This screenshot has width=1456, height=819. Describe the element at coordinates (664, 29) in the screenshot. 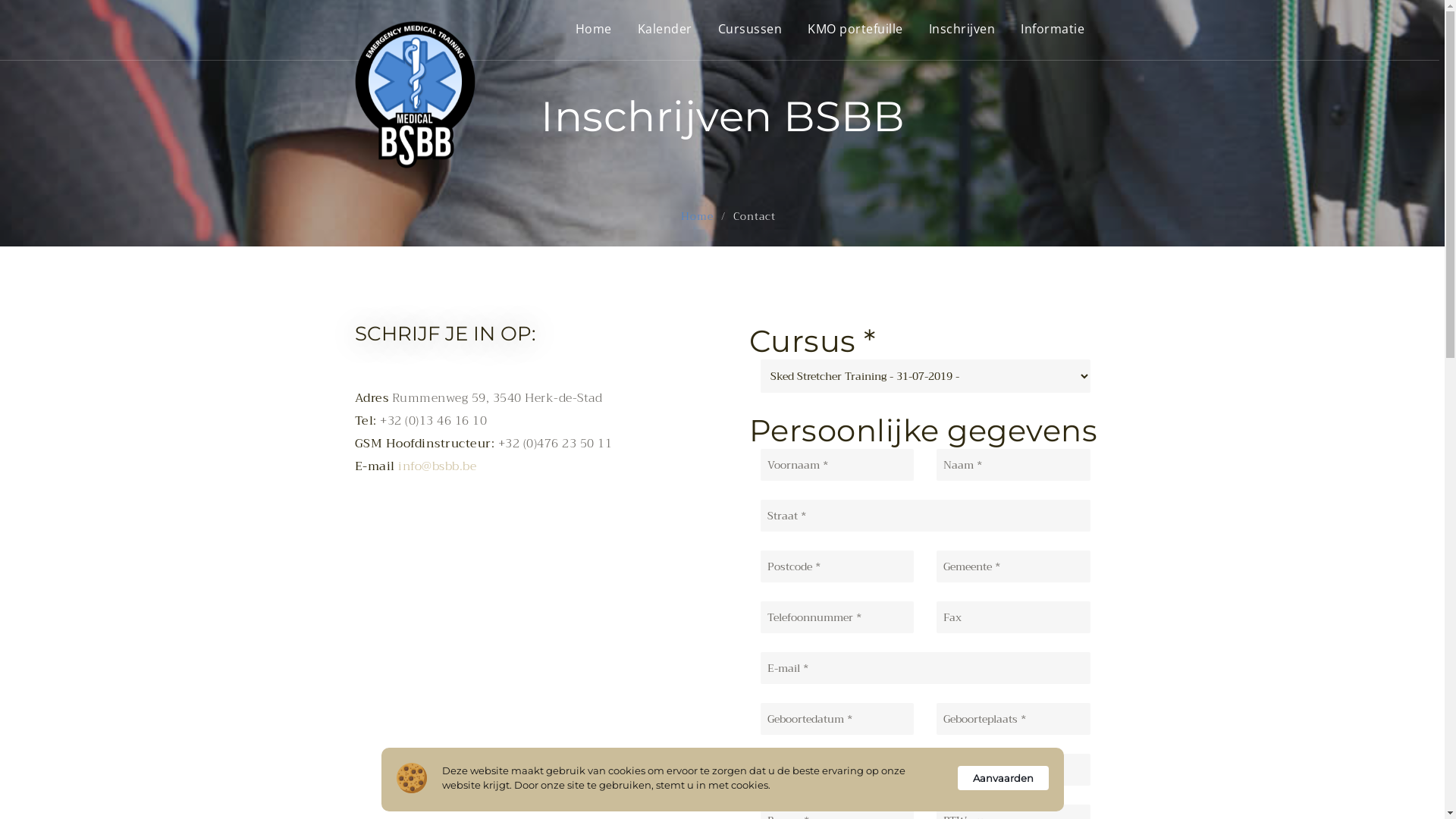

I see `'Kalender'` at that location.